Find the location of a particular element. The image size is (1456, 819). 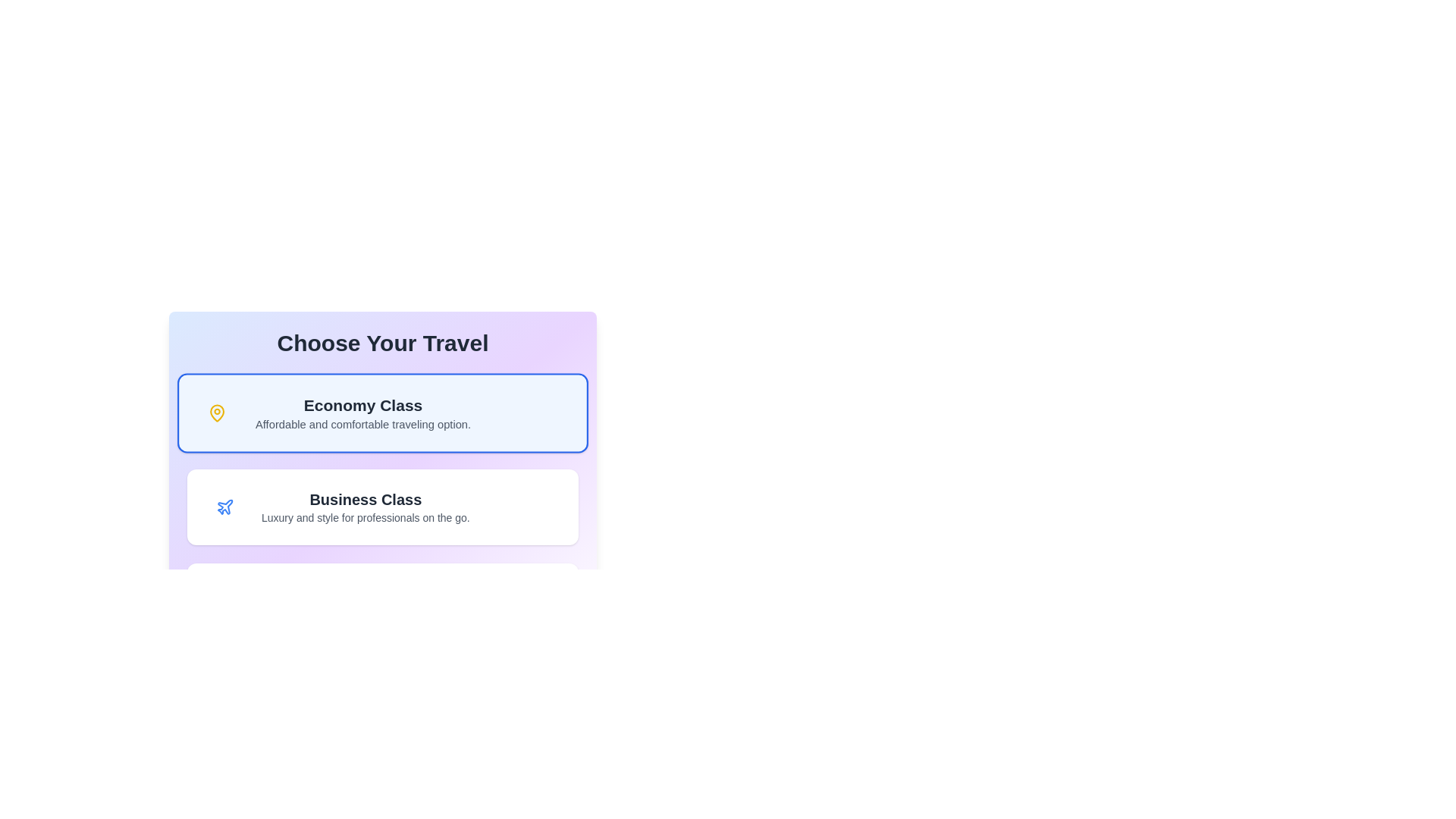

the blue plane icon, which is the second icon in the 'Choose Your Travel' section under the 'Business Class' card is located at coordinates (224, 507).